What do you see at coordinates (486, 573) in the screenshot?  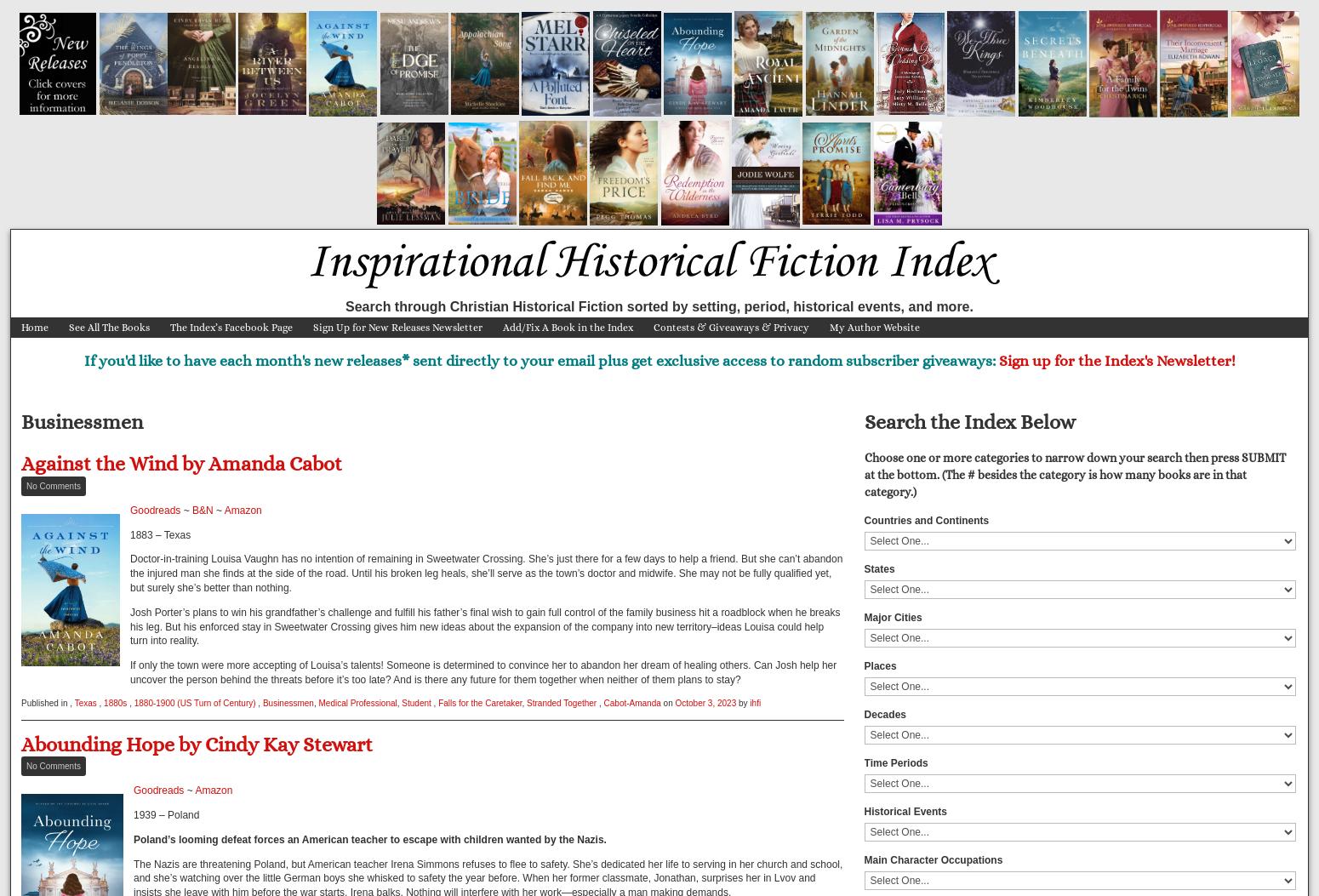 I see `'Doctor-in-training Louisa Vaughn has no intention of remaining in Sweetwater Crossing. She’s just there for a few days to help a friend. But she can’t abandon the injured man she finds at the side of the road. Until his broken leg heals, she’ll serve as the town’s doctor and midwife. She may not be fully qualified yet, but surely she’s better than nothing.'` at bounding box center [486, 573].